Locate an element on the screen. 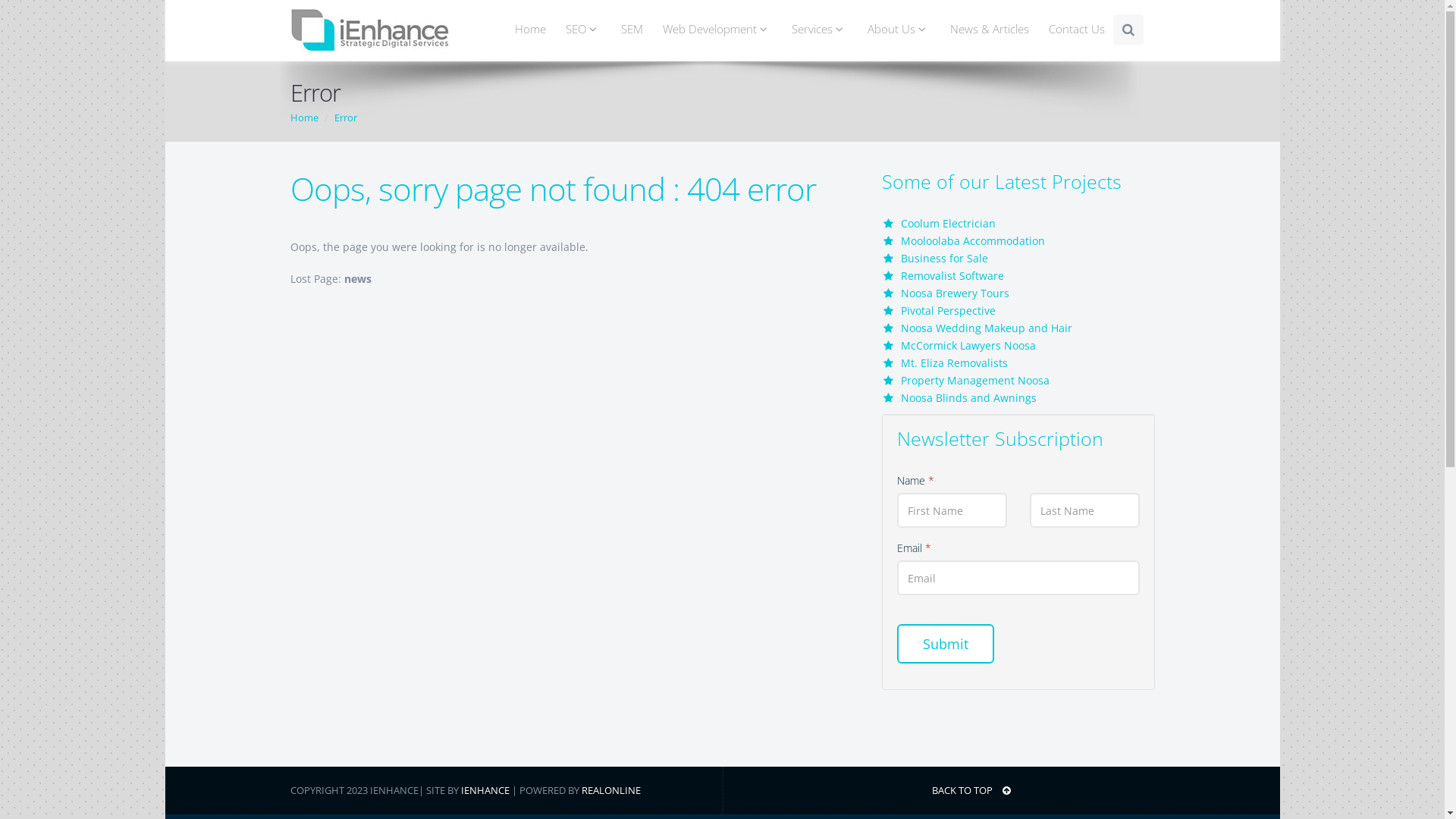 This screenshot has height=819, width=1456. 'Noosa Blinds and Awnings' is located at coordinates (968, 397).